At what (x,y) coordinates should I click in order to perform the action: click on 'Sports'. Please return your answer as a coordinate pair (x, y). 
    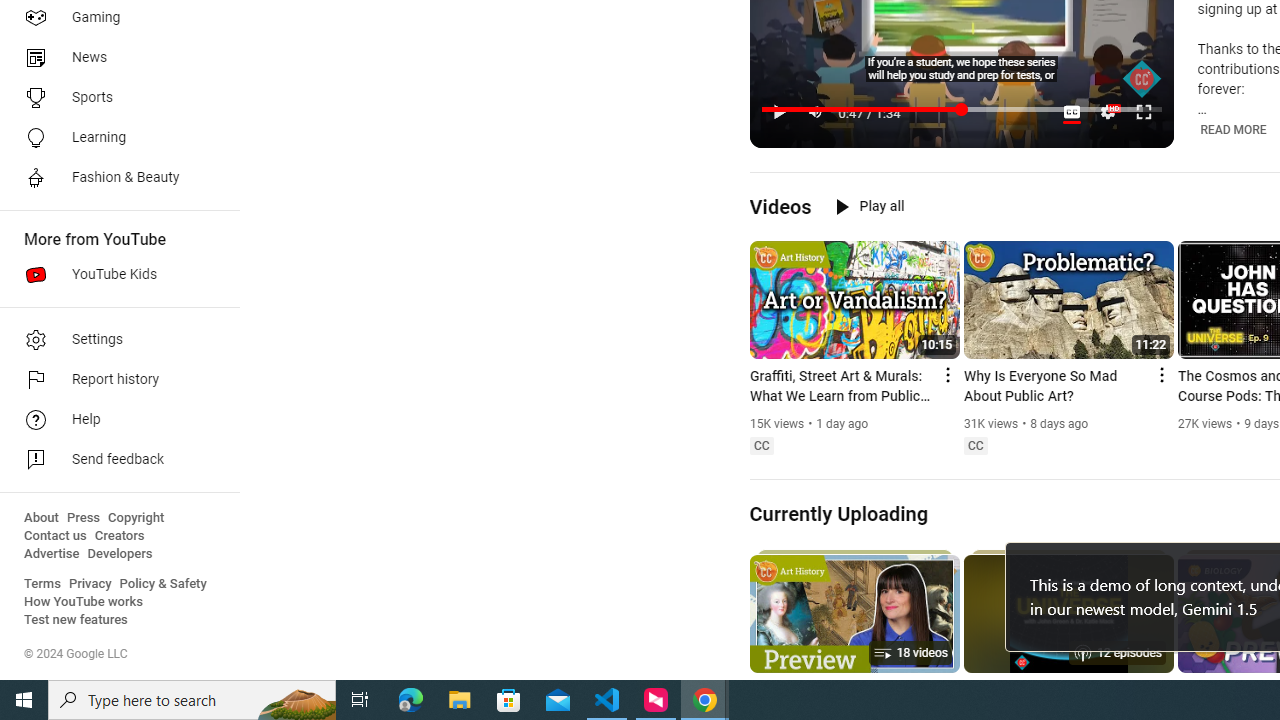
    Looking at the image, I should click on (112, 97).